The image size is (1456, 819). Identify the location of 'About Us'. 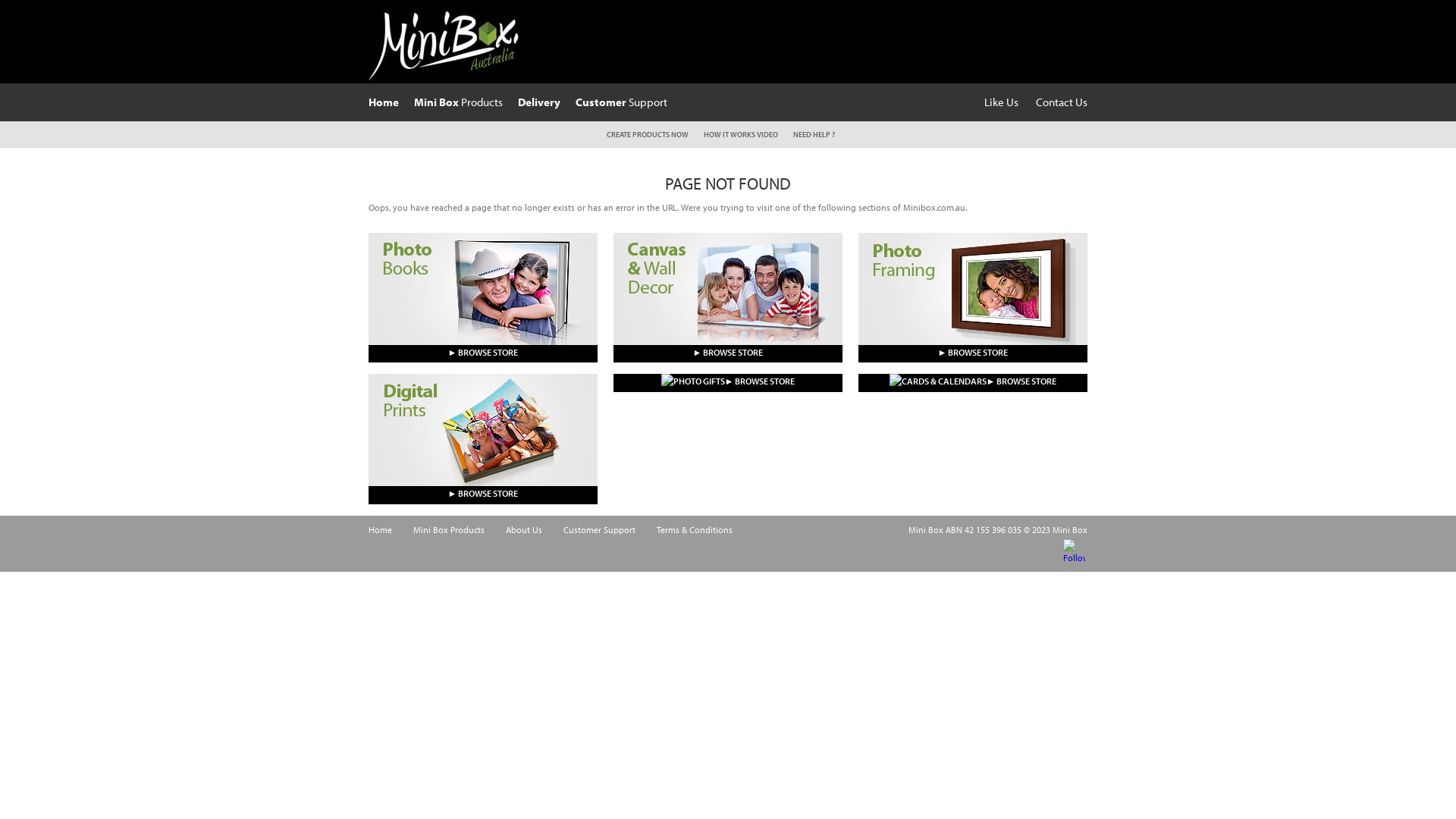
(524, 529).